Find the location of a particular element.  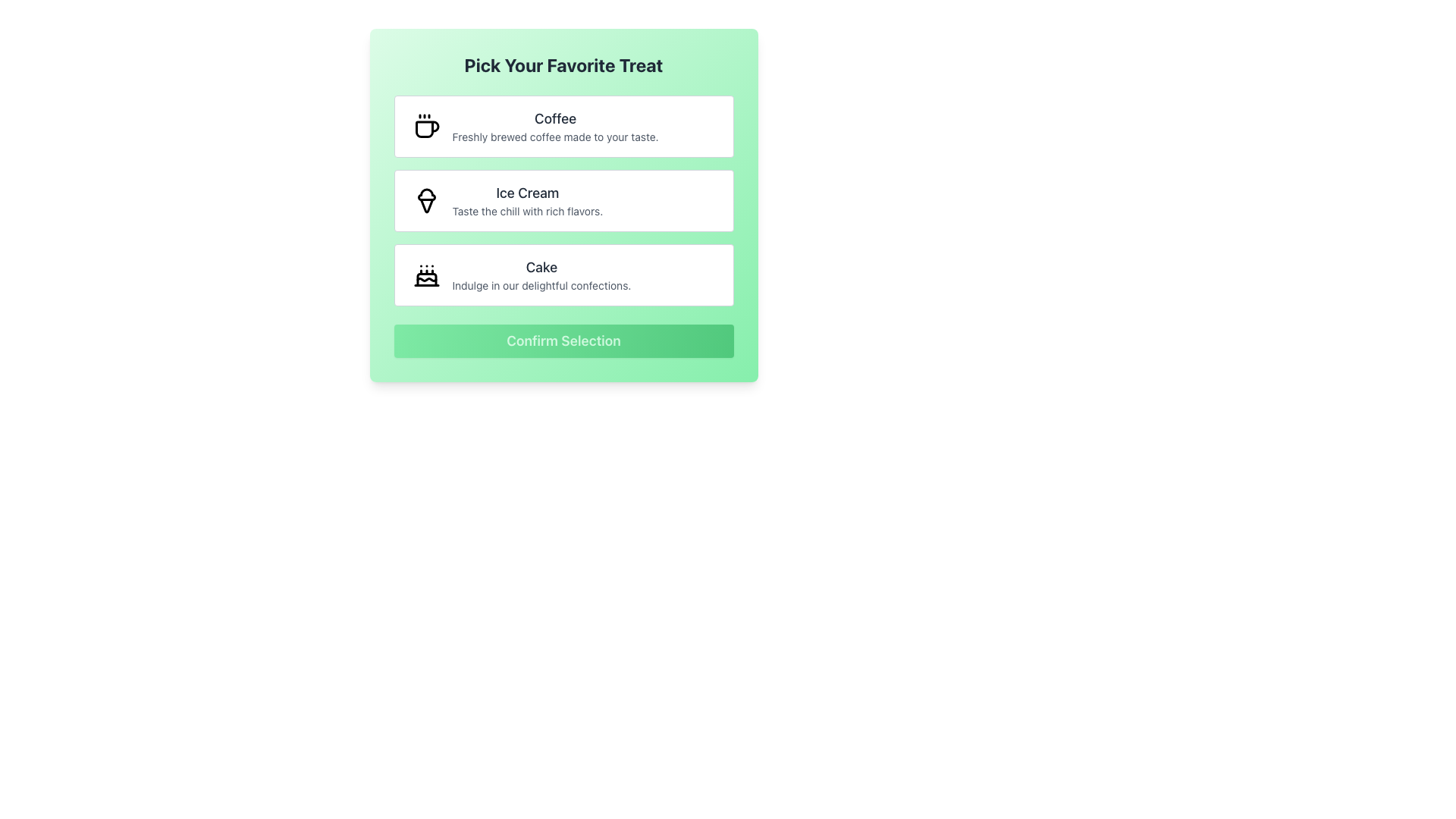

the 'Cake' selection button to choose this option from the list of treats is located at coordinates (563, 275).